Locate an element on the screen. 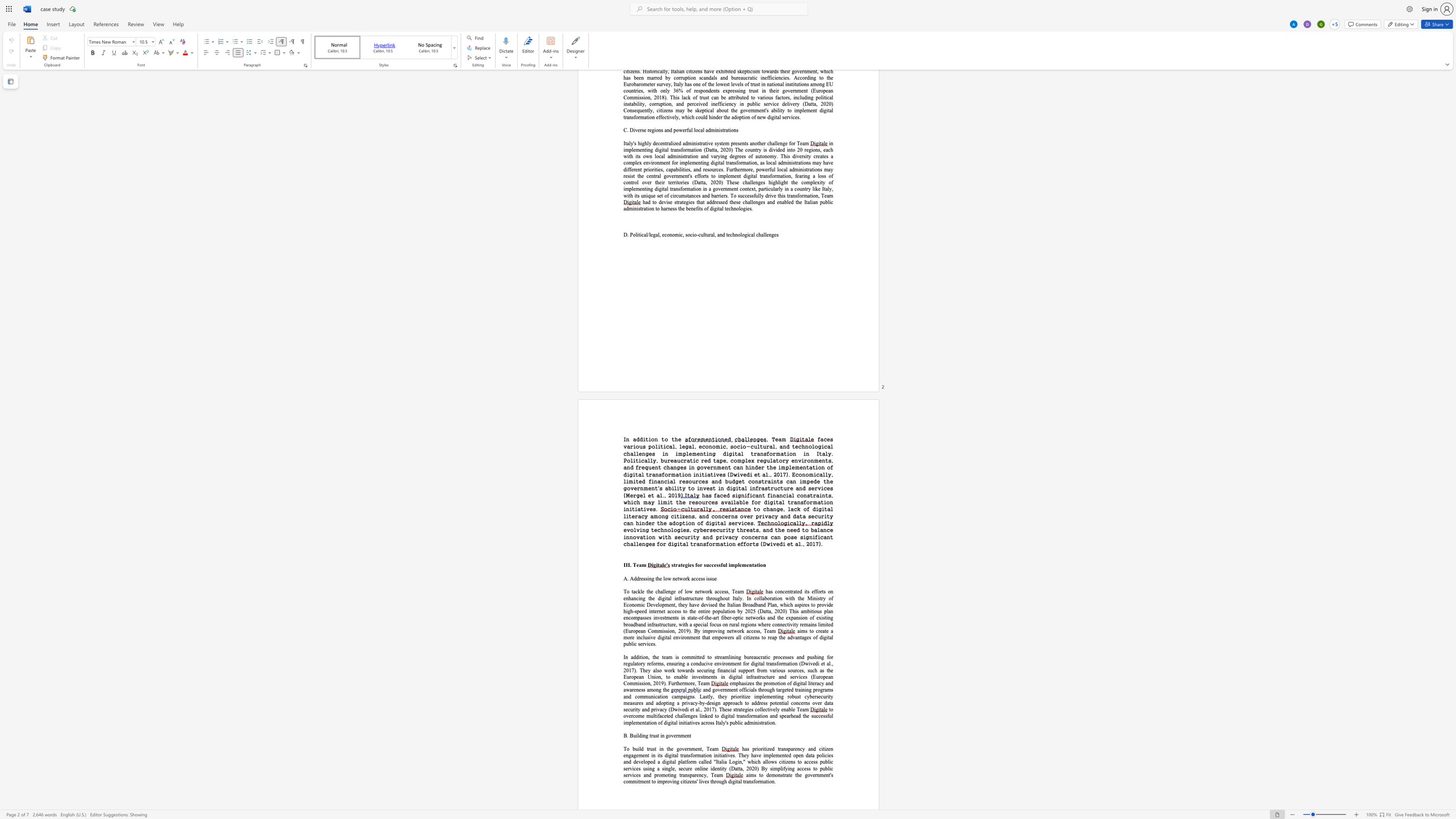 The height and width of the screenshot is (819, 1456). the space between the continuous character "n" and "t" in the text is located at coordinates (689, 735).